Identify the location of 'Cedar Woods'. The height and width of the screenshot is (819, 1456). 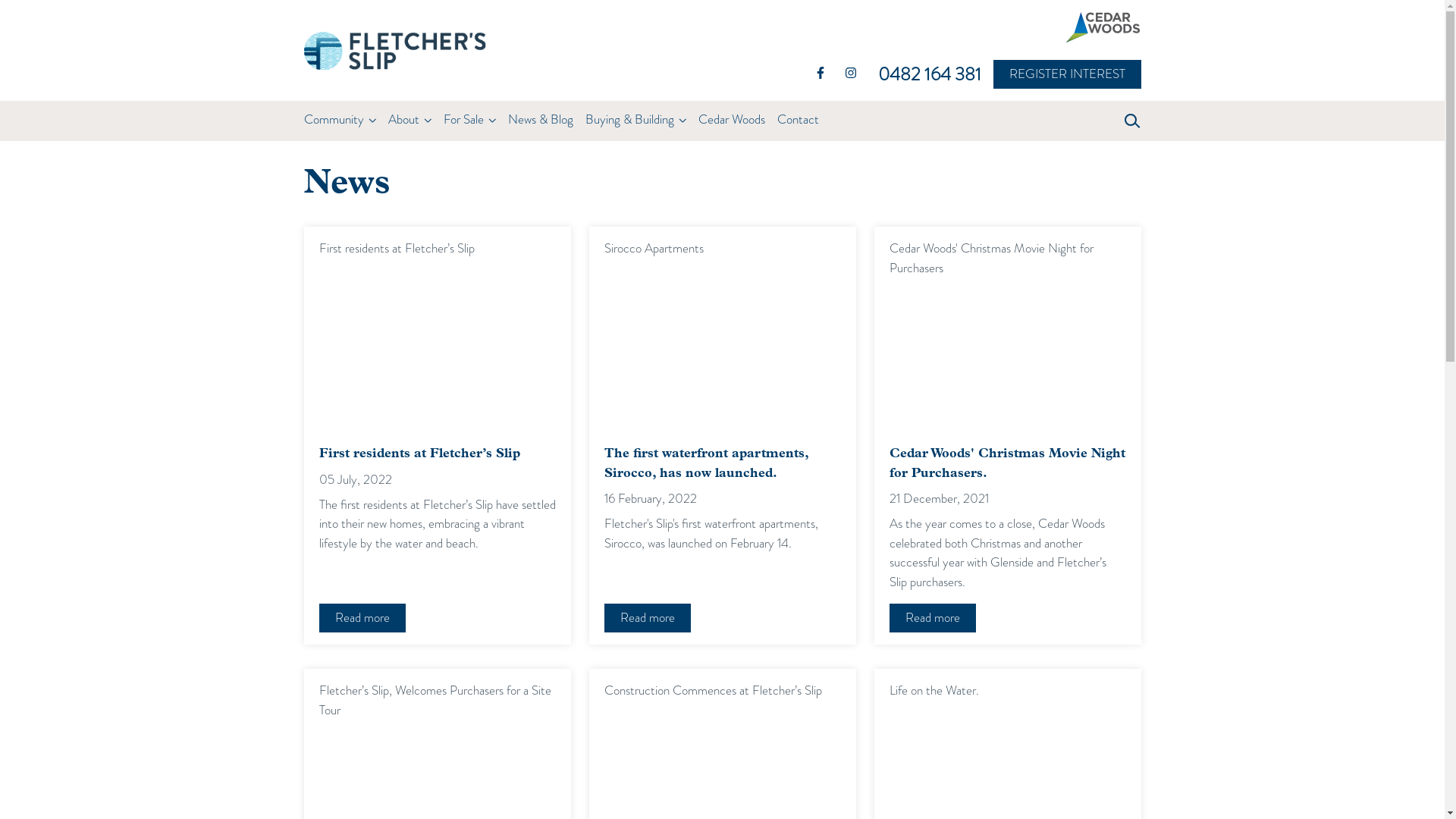
(731, 119).